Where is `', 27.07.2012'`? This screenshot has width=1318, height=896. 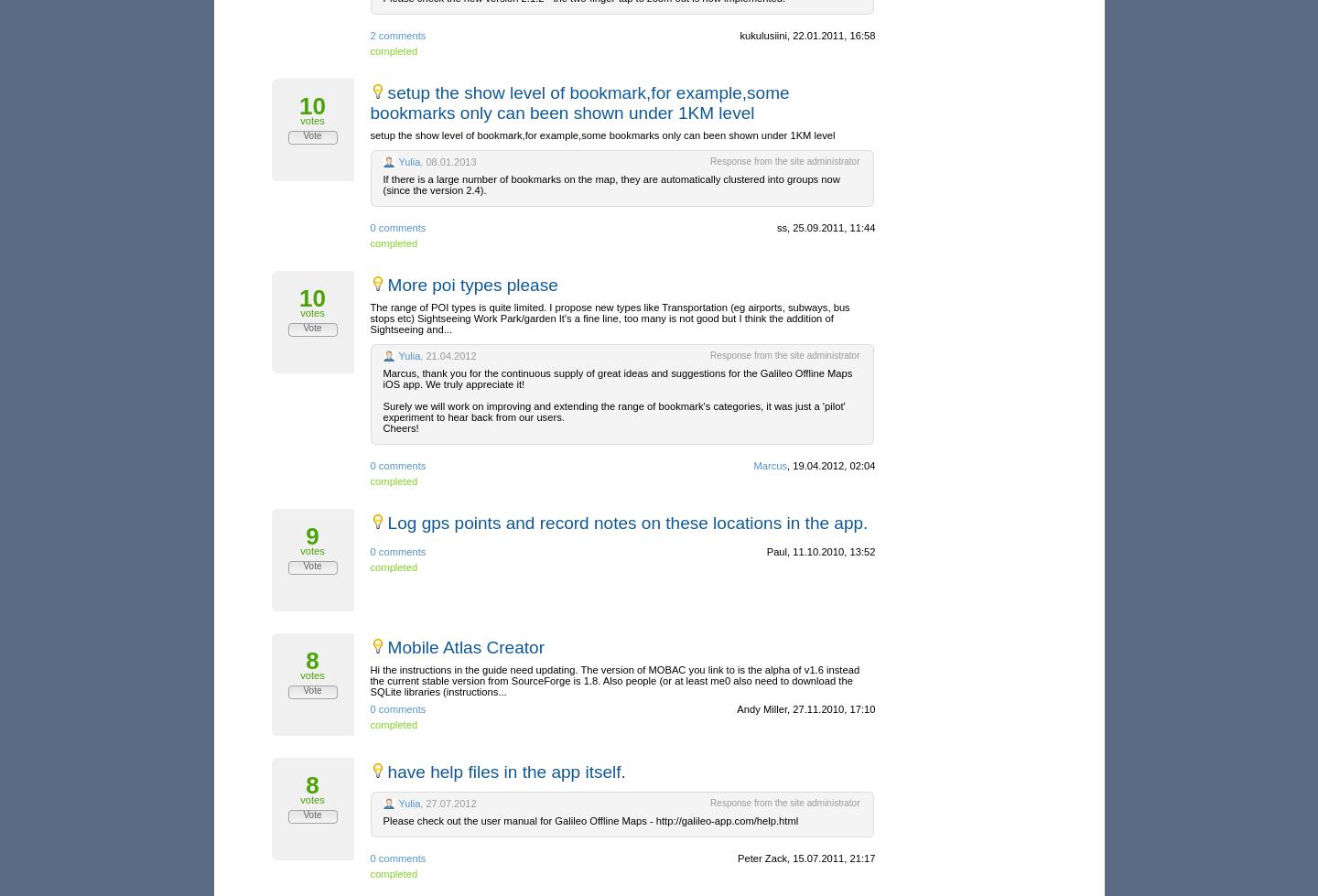 ', 27.07.2012' is located at coordinates (447, 802).